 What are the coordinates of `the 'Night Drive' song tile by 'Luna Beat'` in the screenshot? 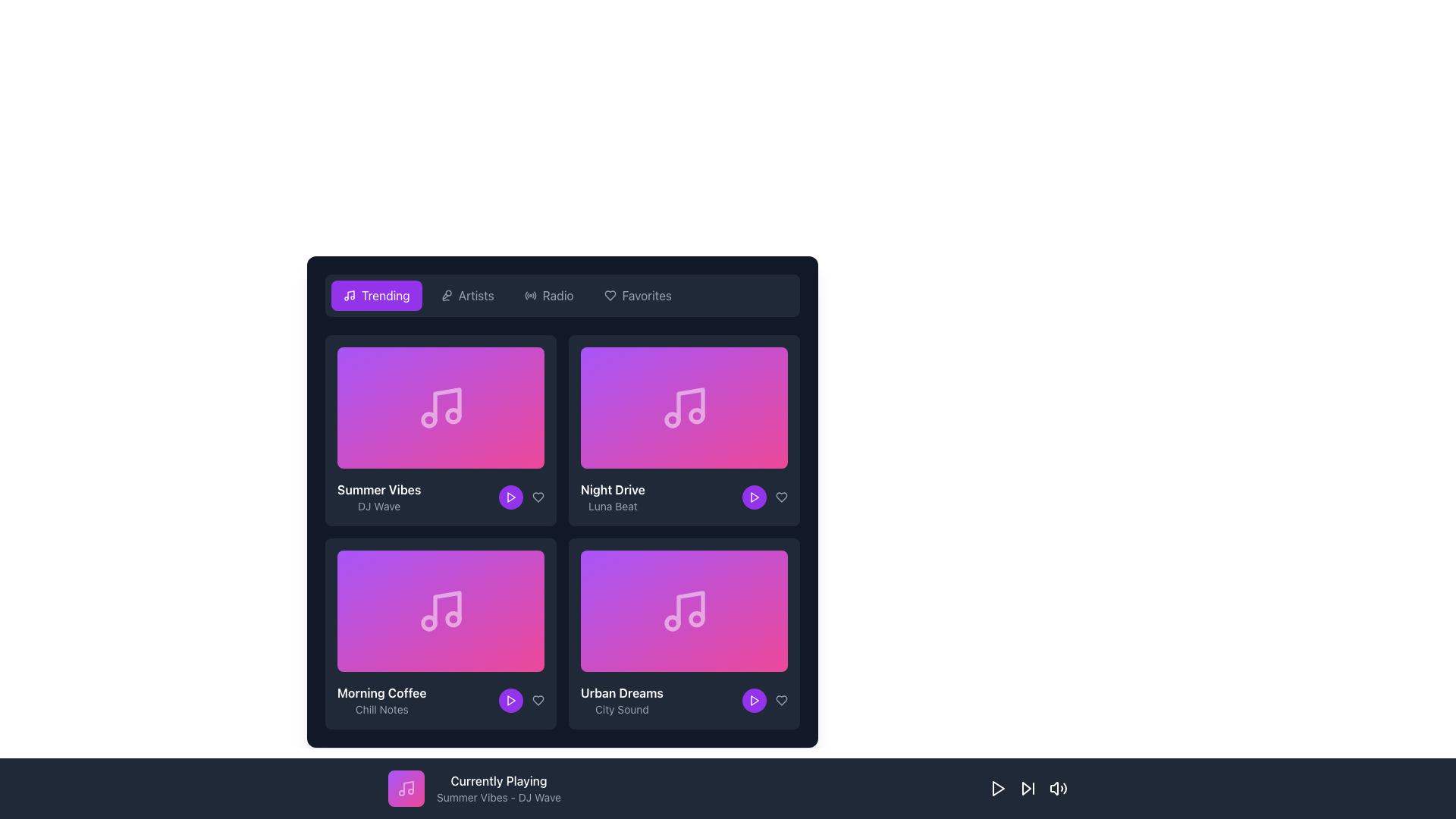 It's located at (683, 406).